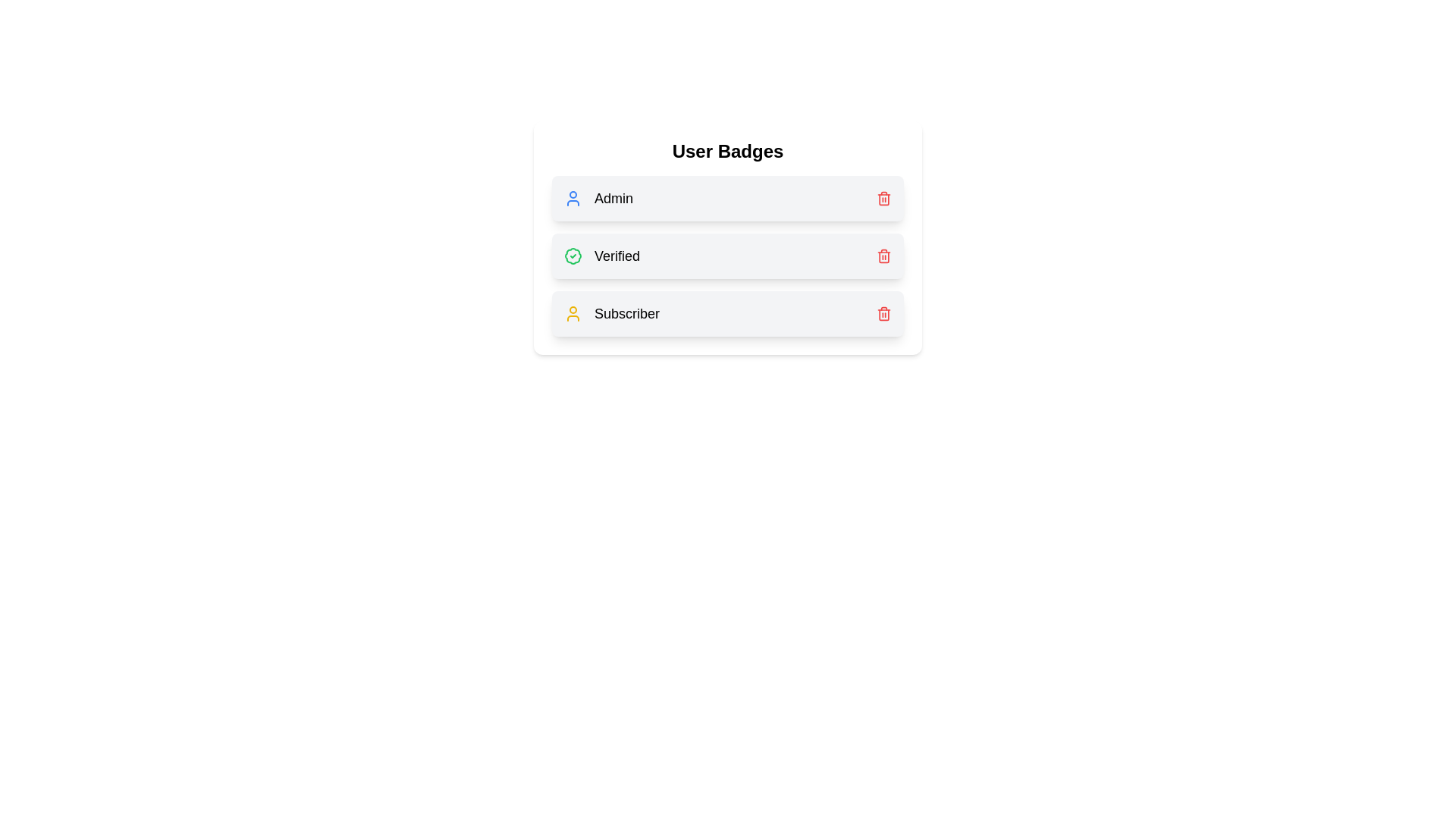 The image size is (1456, 819). Describe the element at coordinates (728, 256) in the screenshot. I see `the badge row corresponding to Verified` at that location.